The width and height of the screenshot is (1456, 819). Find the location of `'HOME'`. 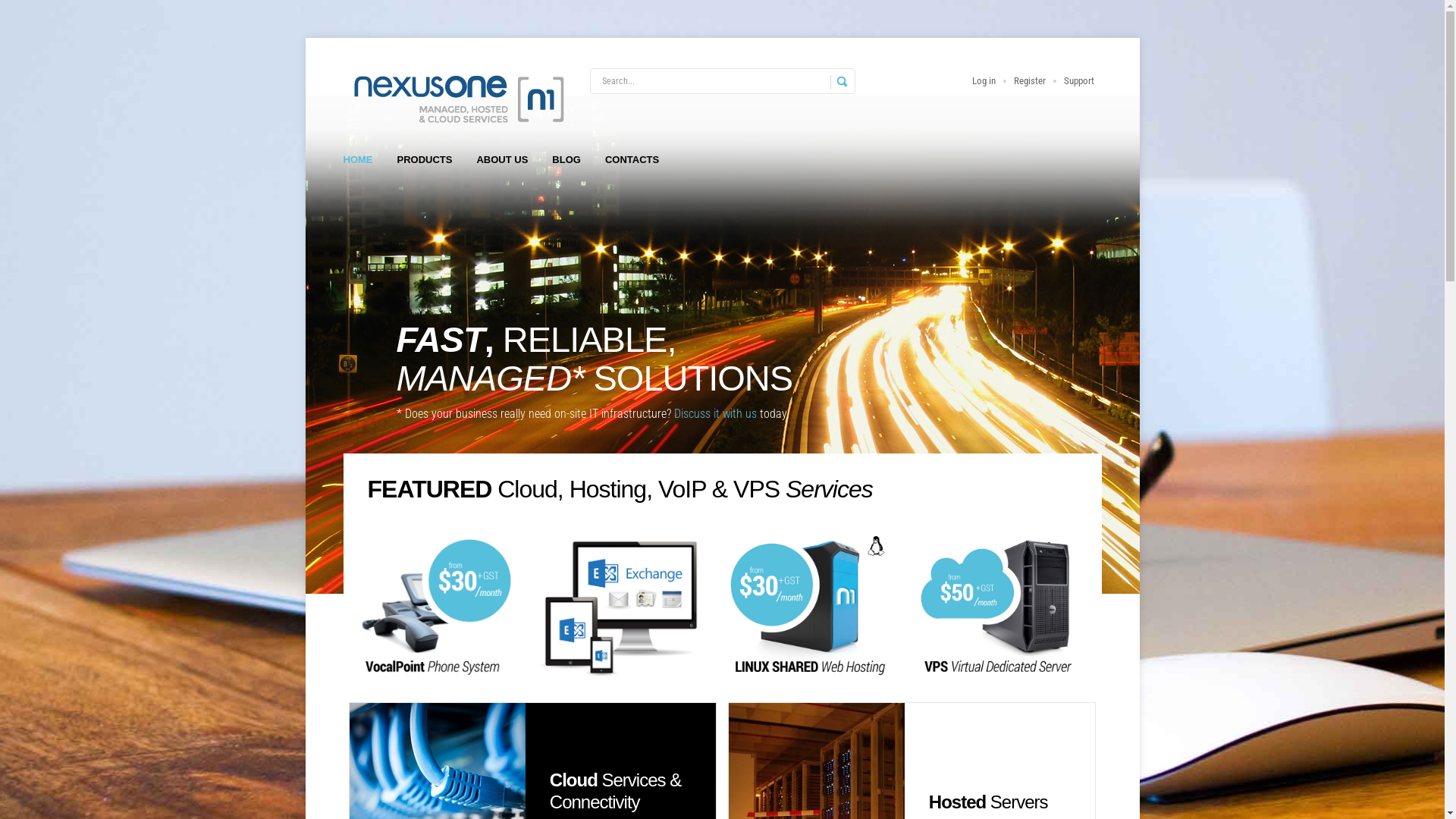

'HOME' is located at coordinates (356, 160).